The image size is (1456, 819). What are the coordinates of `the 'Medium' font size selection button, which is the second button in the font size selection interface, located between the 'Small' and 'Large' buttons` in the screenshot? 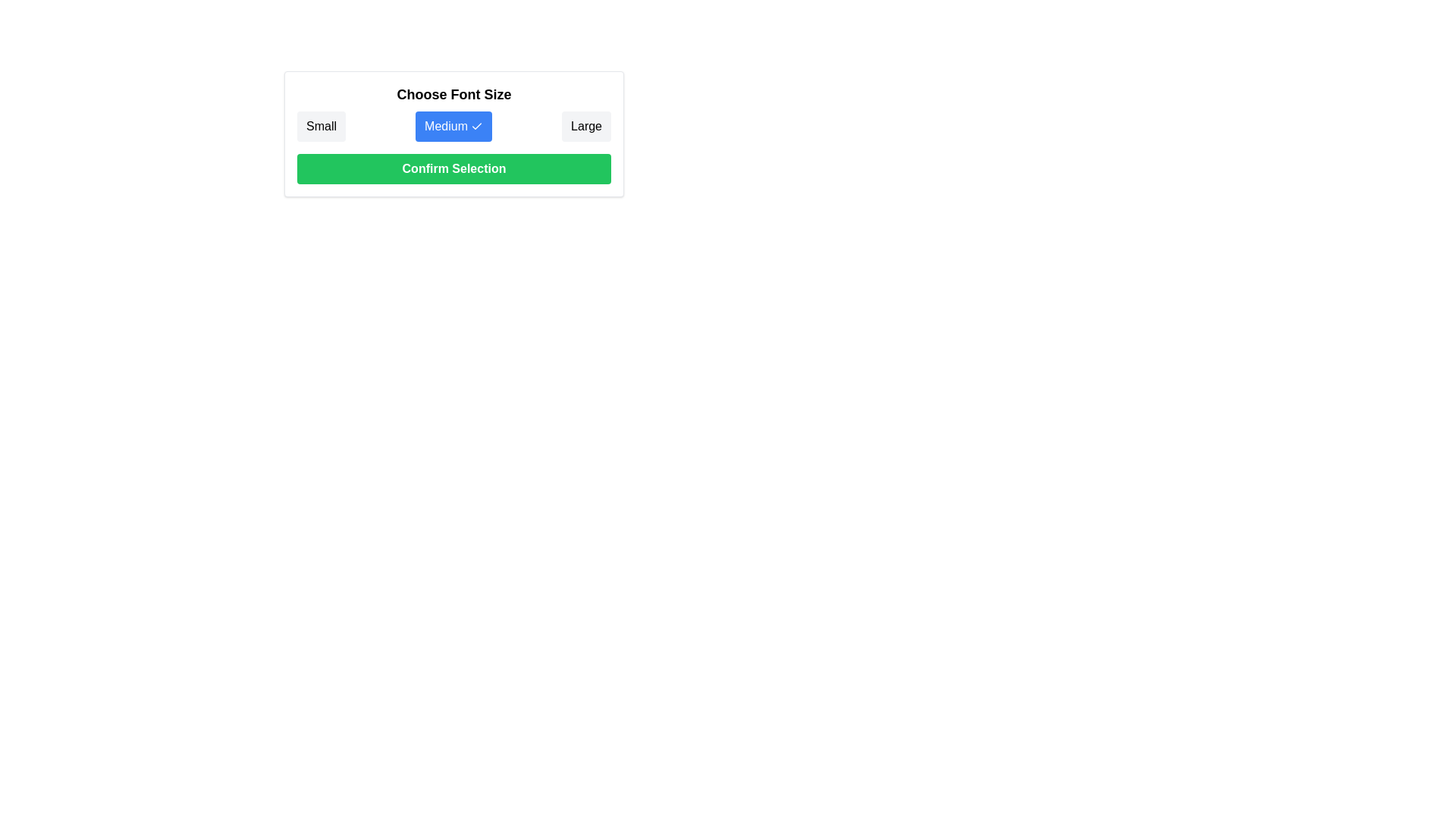 It's located at (453, 125).